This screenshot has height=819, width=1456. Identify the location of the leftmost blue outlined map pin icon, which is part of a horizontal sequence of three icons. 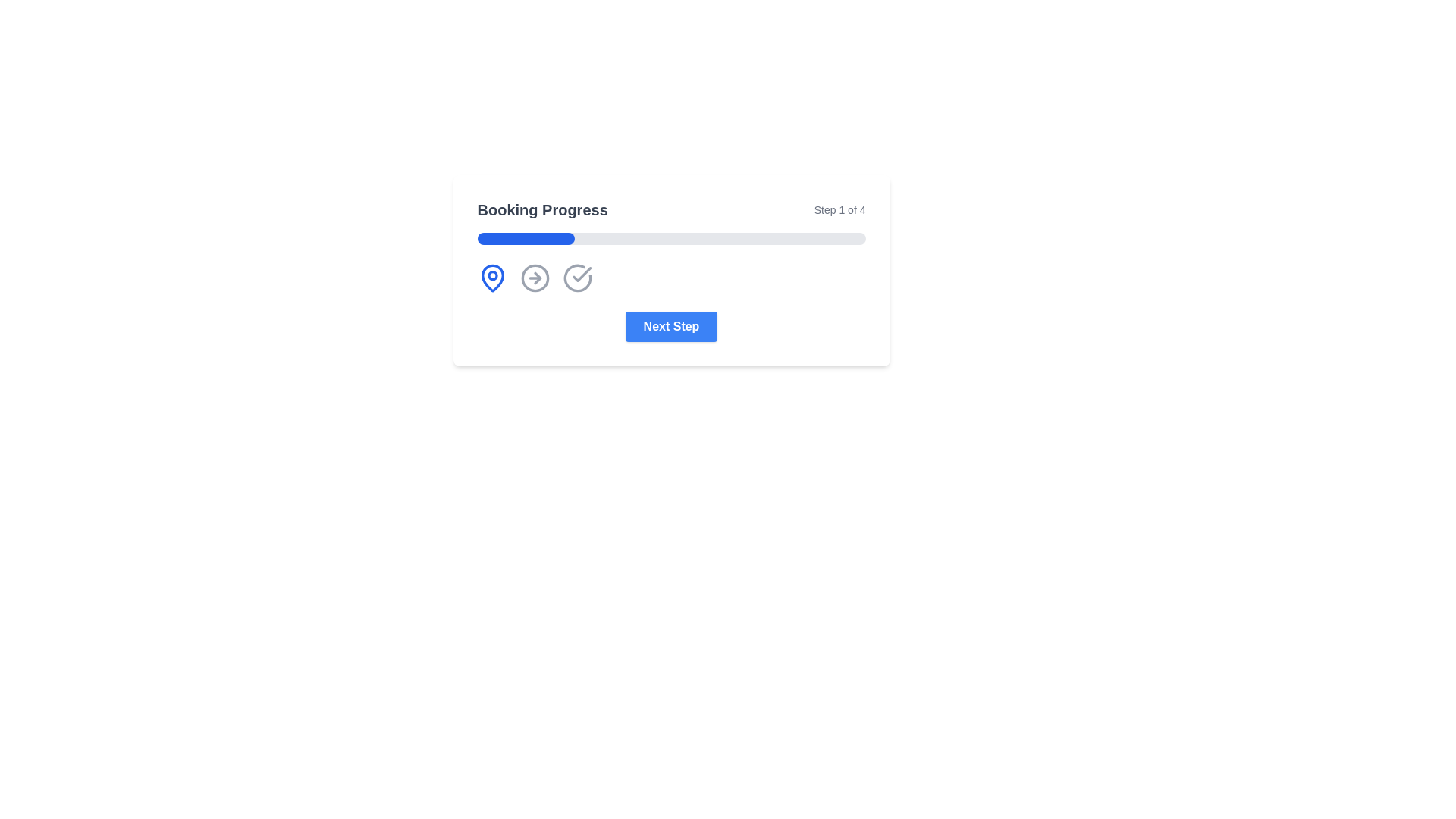
(492, 278).